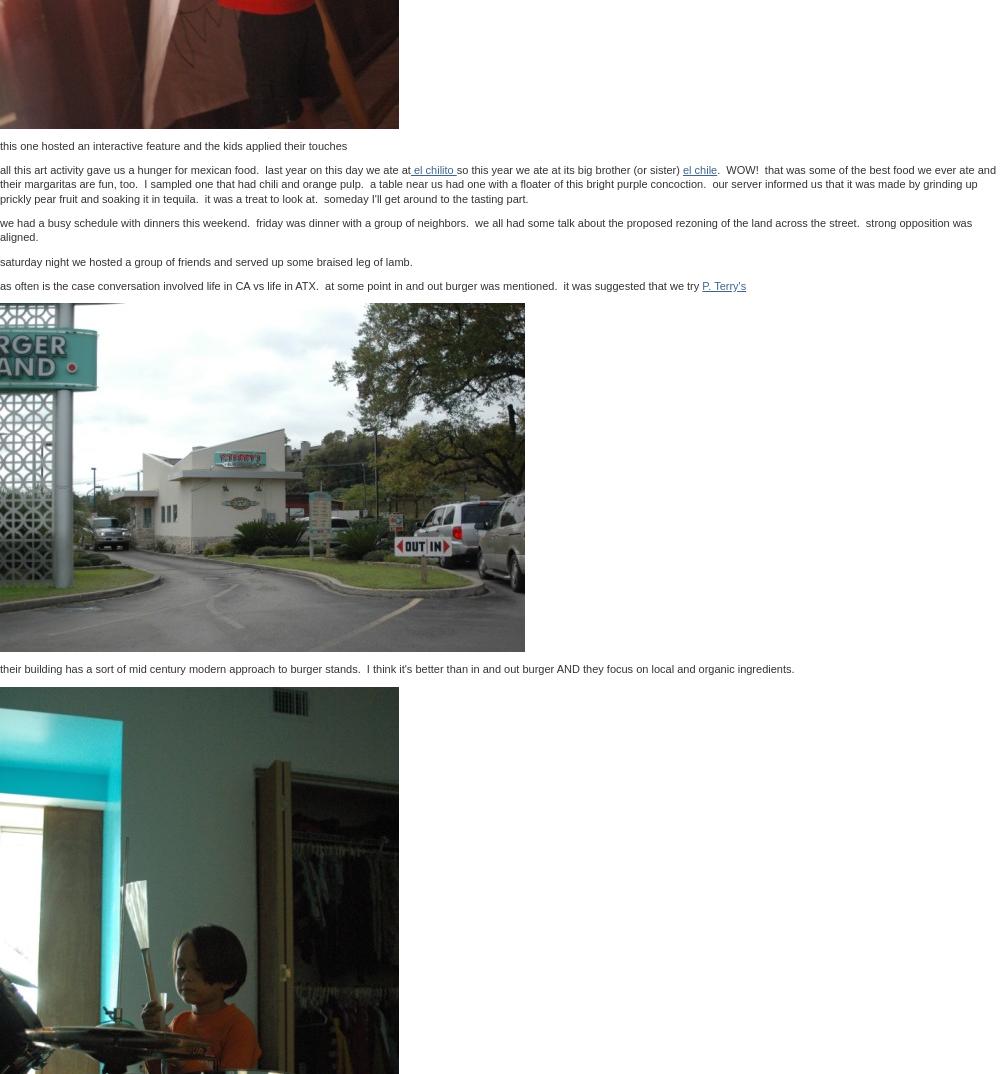 The width and height of the screenshot is (1000, 1074). Describe the element at coordinates (0, 667) in the screenshot. I see `'their building has a sort of mid century modern approach to burger stands.  I think it's better than in and out burger AND they focus on local and organic ingredients.'` at that location.